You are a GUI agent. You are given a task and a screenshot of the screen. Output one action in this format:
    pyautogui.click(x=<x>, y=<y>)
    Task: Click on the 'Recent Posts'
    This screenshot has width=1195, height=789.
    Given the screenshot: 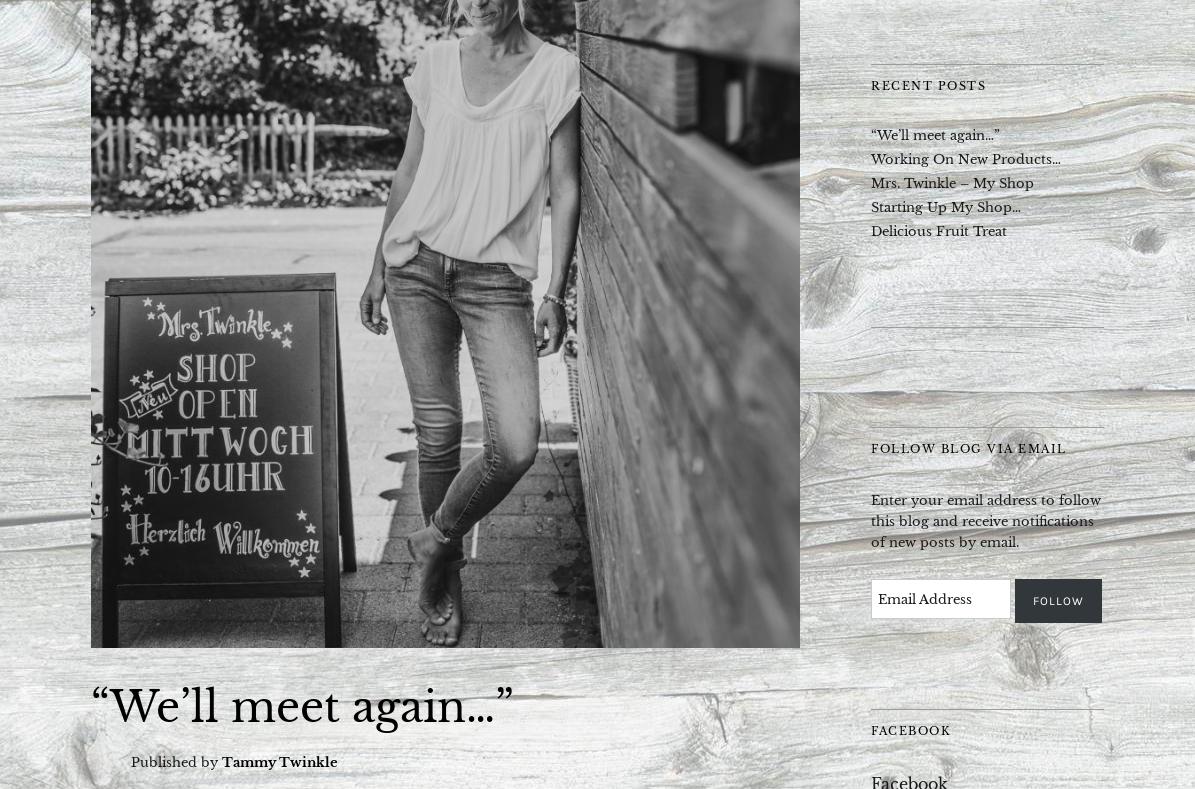 What is the action you would take?
    pyautogui.click(x=927, y=86)
    